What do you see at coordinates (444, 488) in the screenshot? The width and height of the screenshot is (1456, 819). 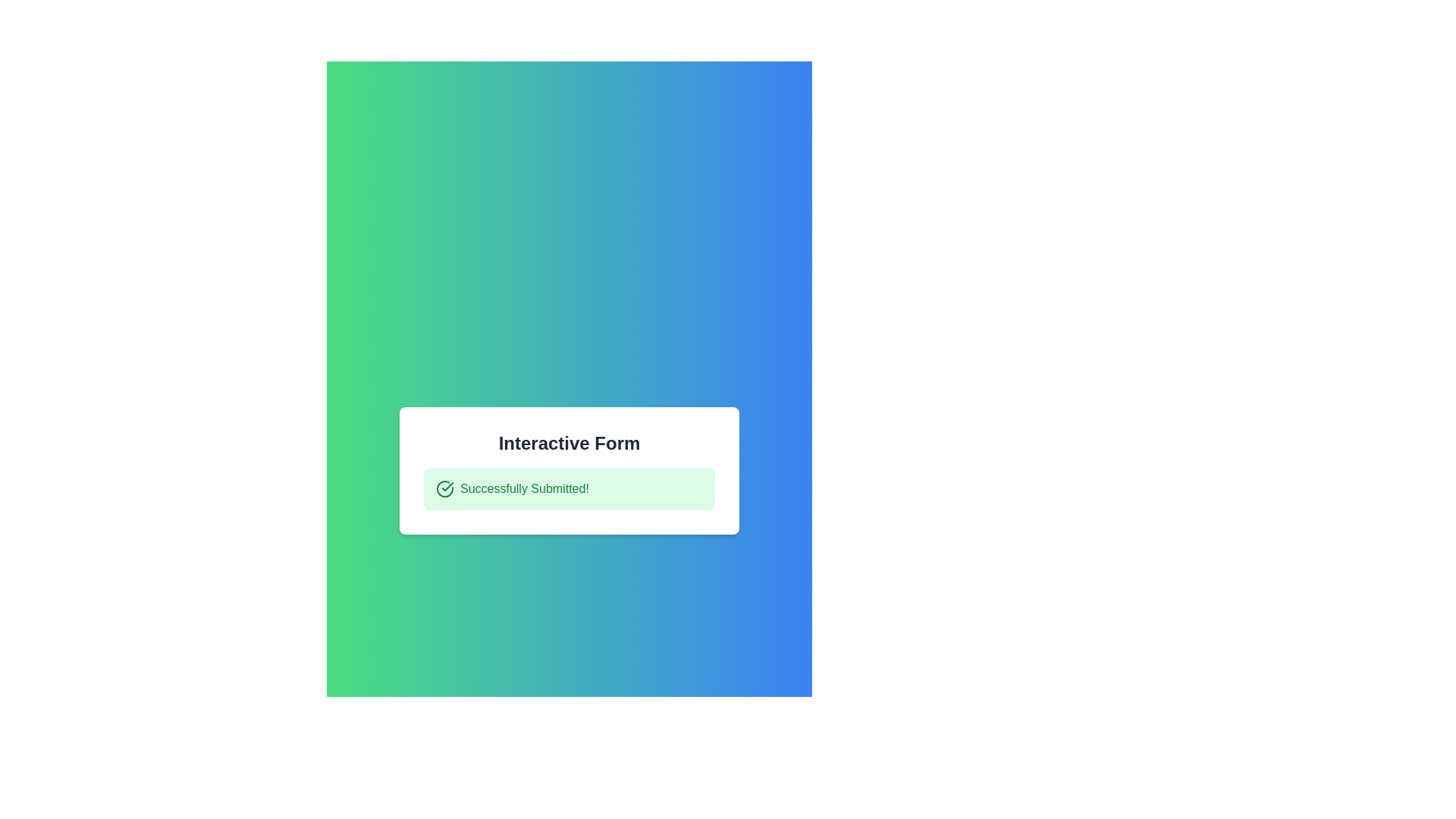 I see `the success indicator icon located to the left of the 'Successfully Submitted!' text within the green notification box at the bottom-center of the interface` at bounding box center [444, 488].